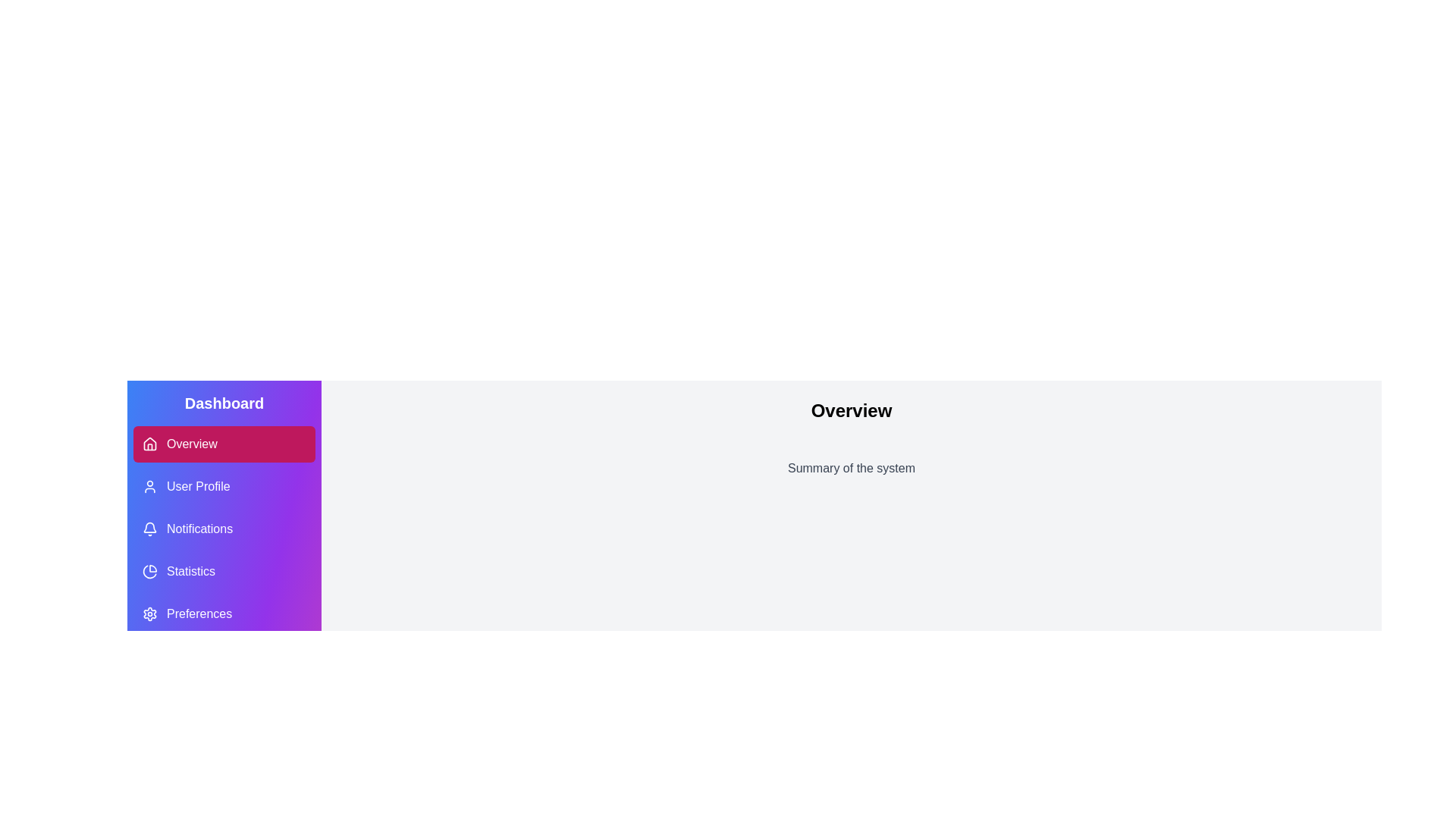 The width and height of the screenshot is (1456, 819). Describe the element at coordinates (149, 571) in the screenshot. I see `the pie chart icon in the navigation sidebar under the 'Dashboard' section, which is associated with the 'Statistics' menu option` at that location.